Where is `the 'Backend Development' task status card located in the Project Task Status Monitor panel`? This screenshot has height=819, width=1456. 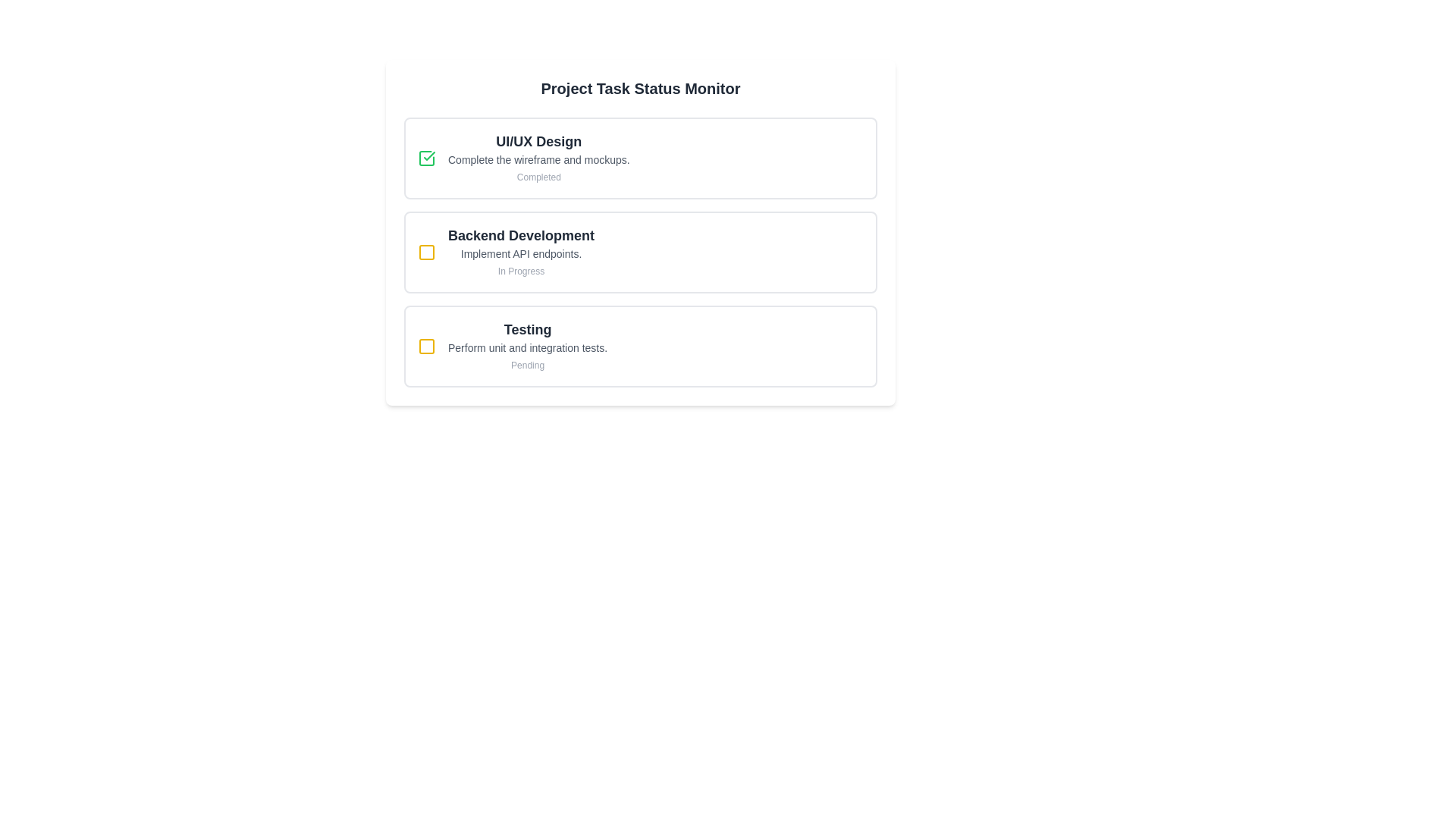
the 'Backend Development' task status card located in the Project Task Status Monitor panel is located at coordinates (640, 251).